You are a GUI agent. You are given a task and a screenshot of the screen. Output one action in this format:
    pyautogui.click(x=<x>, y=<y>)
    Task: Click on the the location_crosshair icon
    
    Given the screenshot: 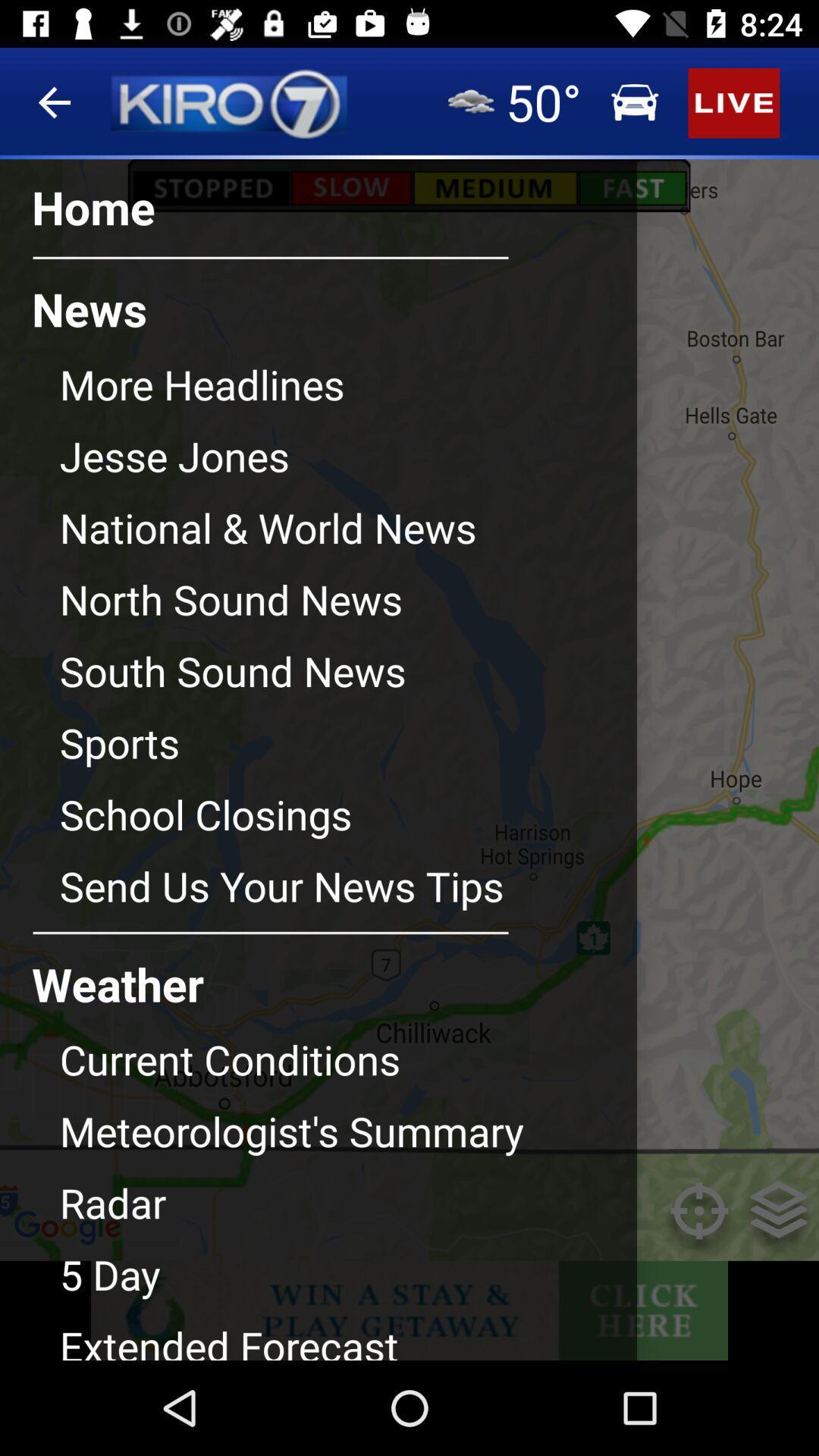 What is the action you would take?
    pyautogui.click(x=699, y=1221)
    